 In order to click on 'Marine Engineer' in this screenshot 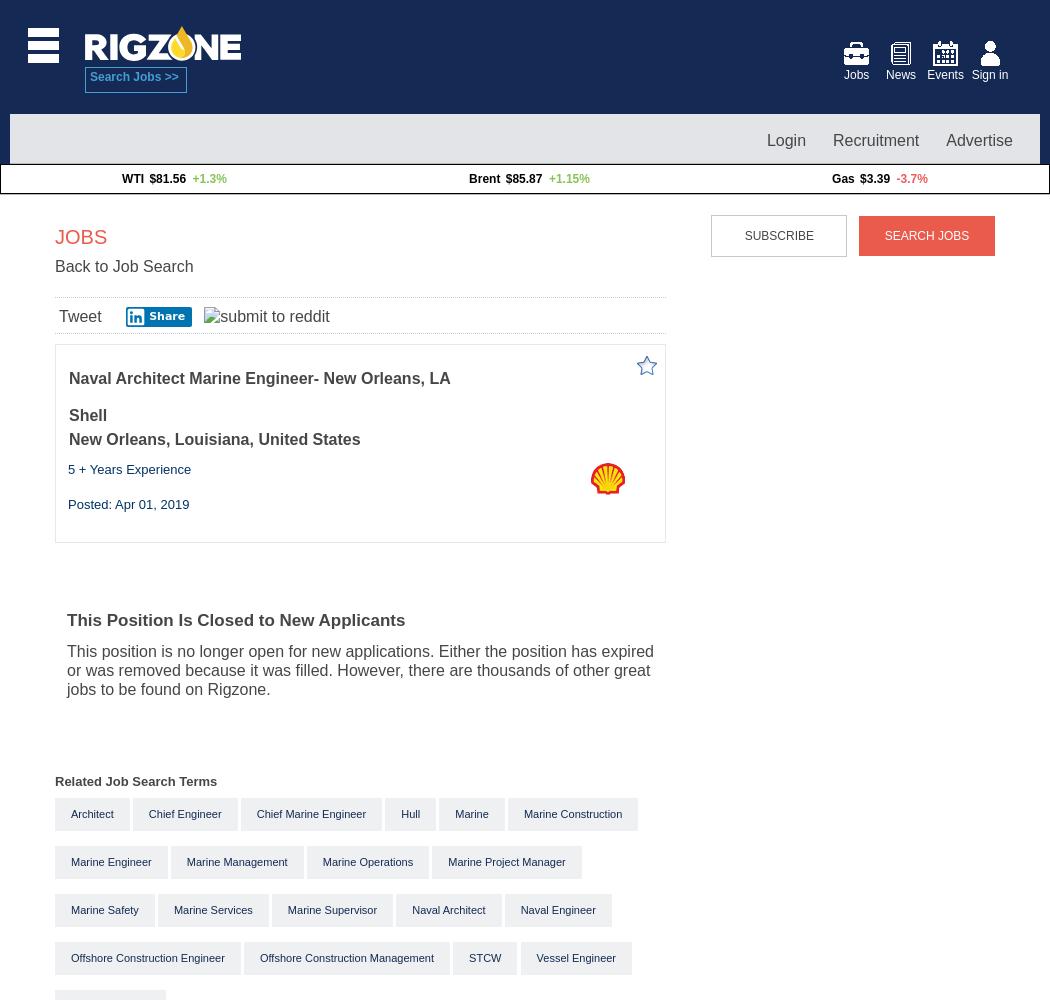, I will do `click(69, 860)`.